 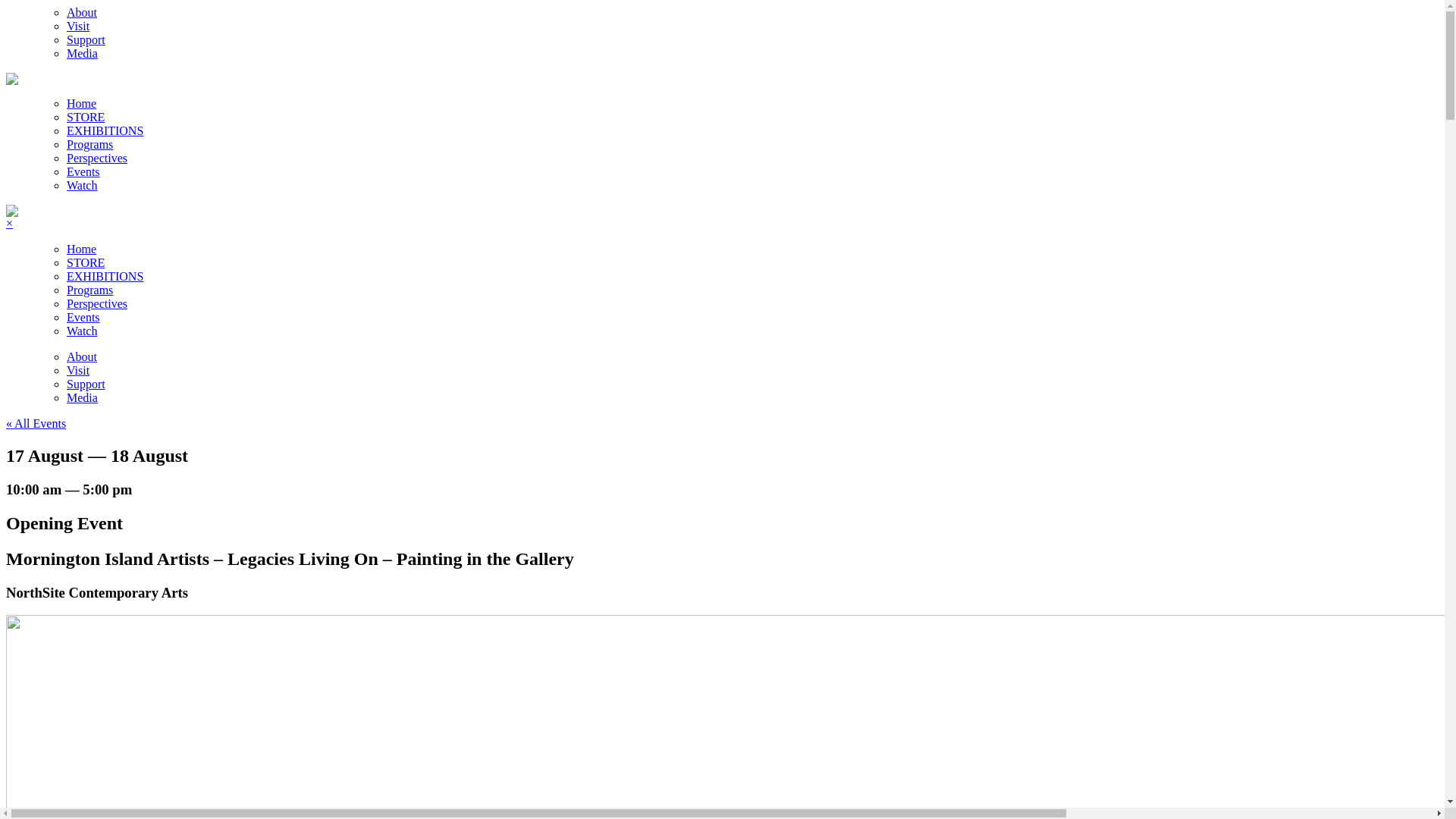 What do you see at coordinates (80, 356) in the screenshot?
I see `'About'` at bounding box center [80, 356].